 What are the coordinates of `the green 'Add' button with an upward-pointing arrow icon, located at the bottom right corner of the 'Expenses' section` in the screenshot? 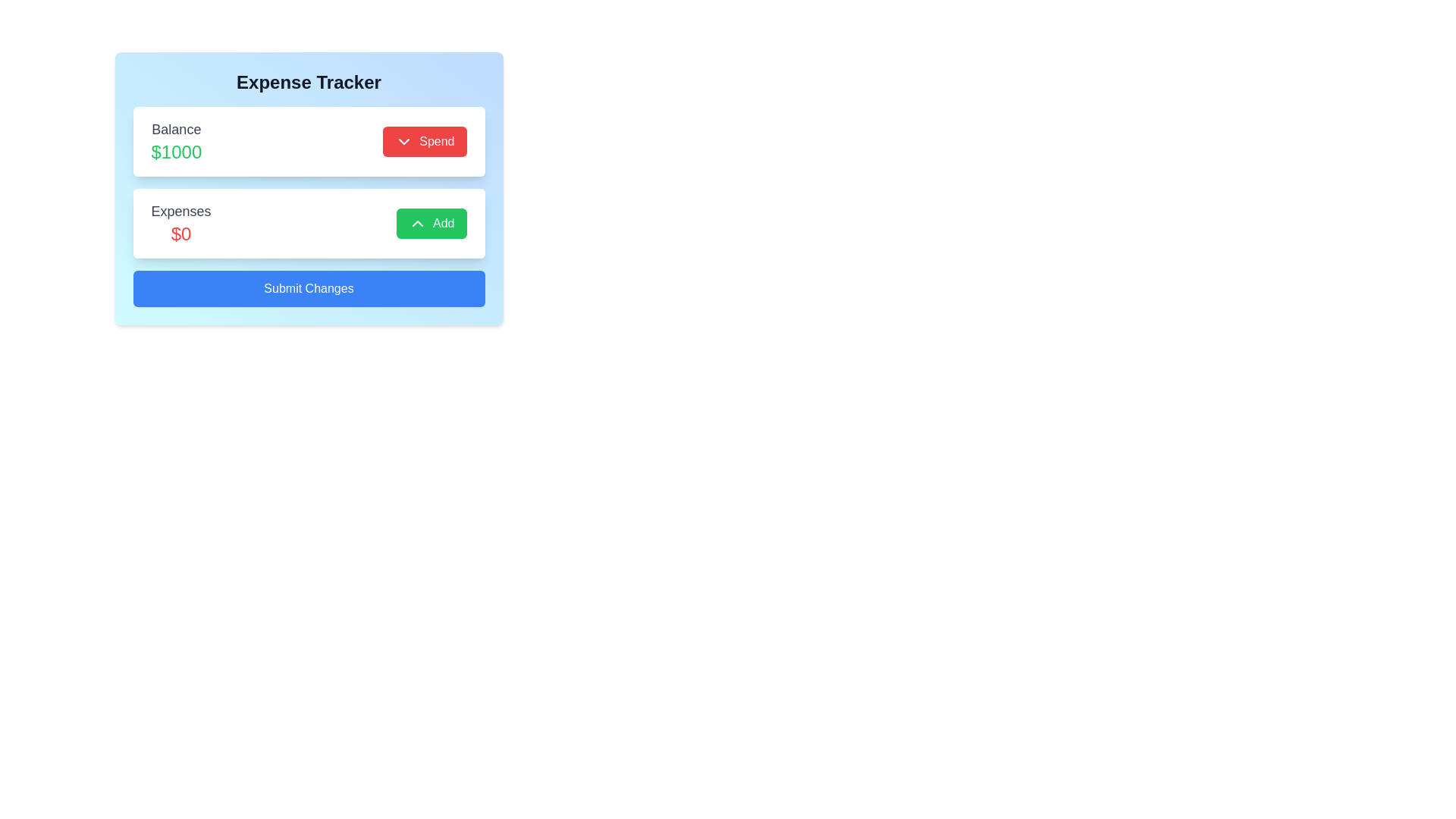 It's located at (431, 223).